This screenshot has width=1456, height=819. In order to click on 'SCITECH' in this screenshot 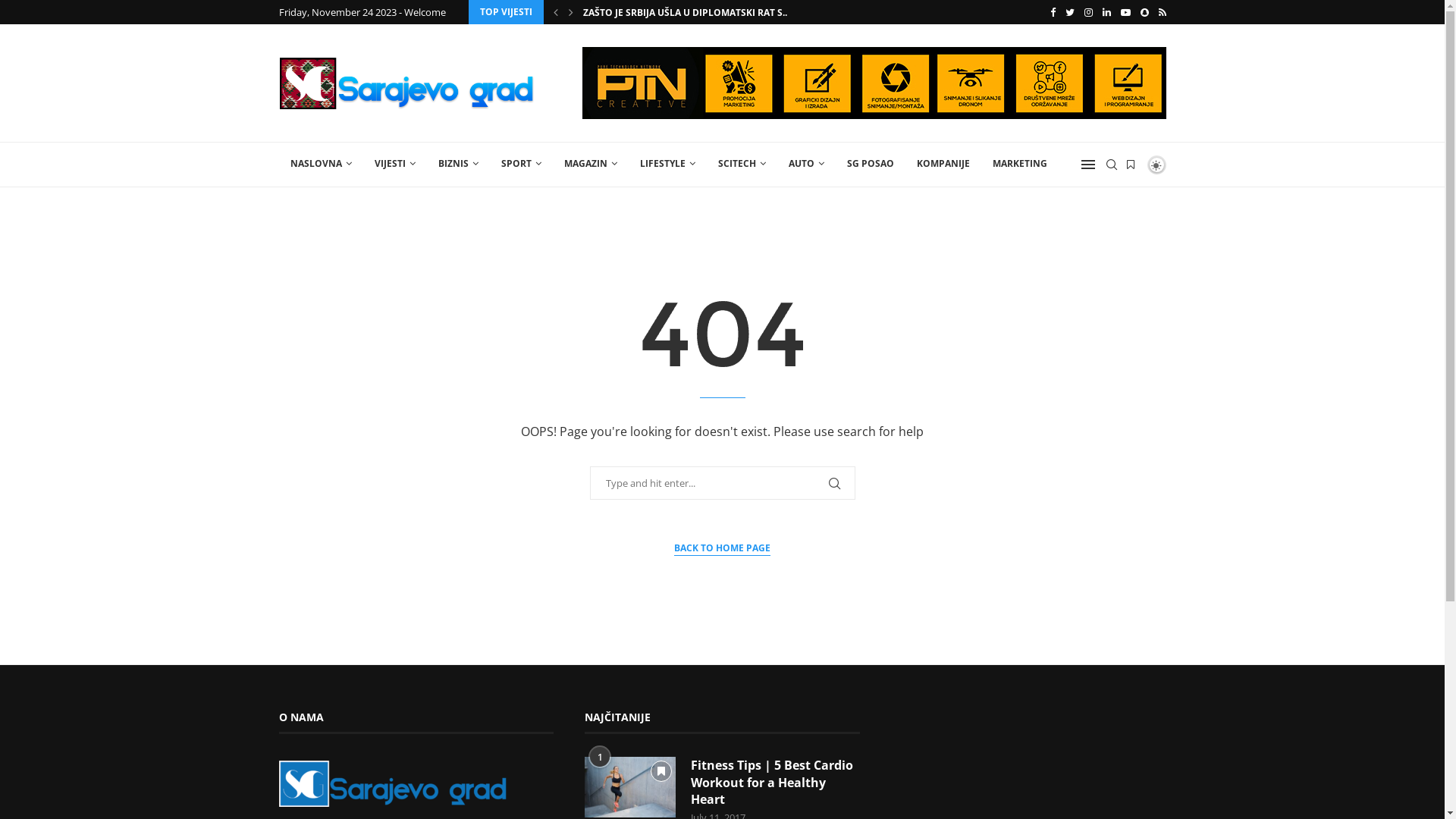, I will do `click(742, 164)`.